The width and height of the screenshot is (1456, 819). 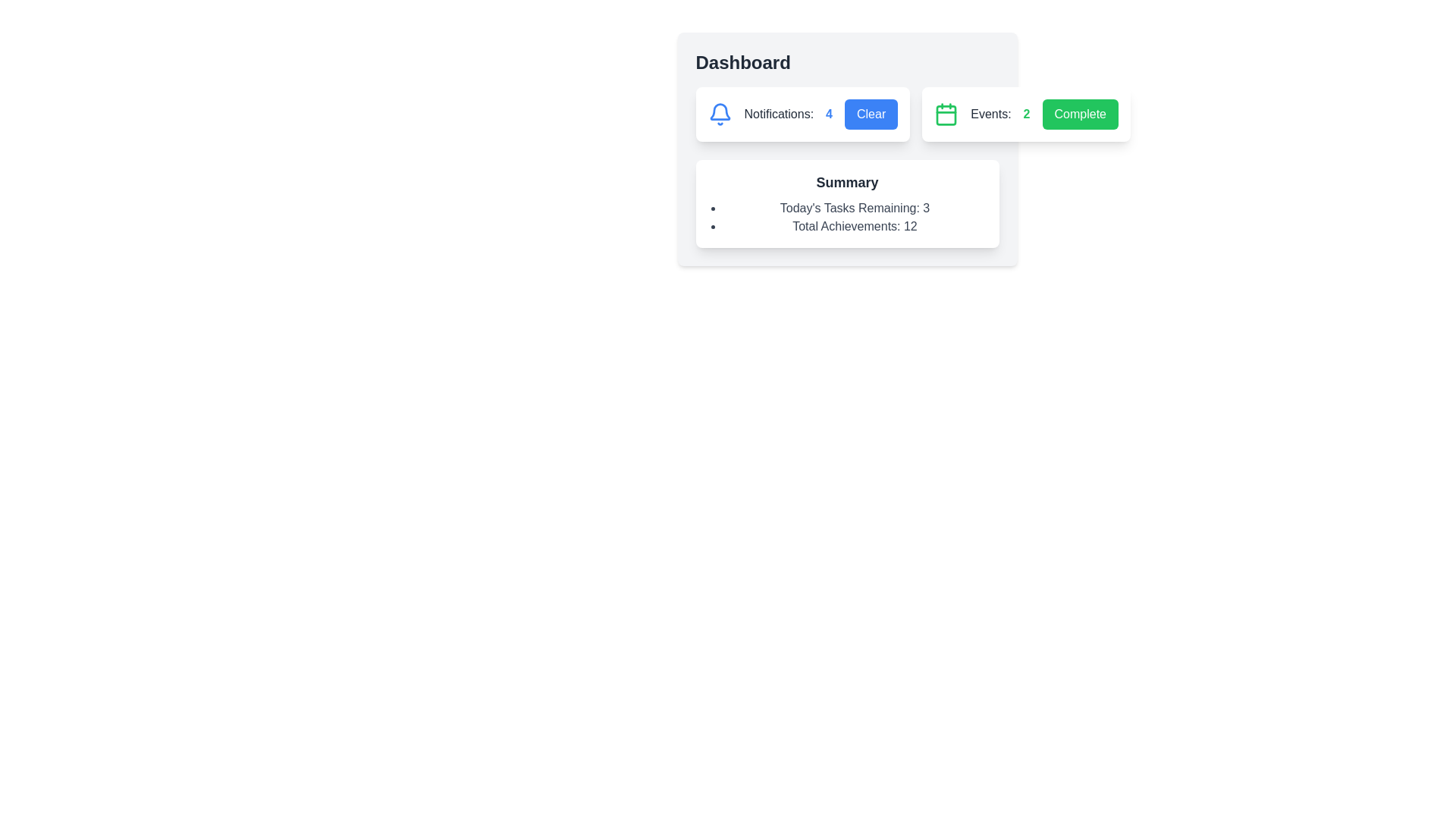 I want to click on text from the Text Label displaying 'Today's Tasks Remaining: 3', which is the first item in the bullet list under the 'Summary' heading, so click(x=855, y=208).